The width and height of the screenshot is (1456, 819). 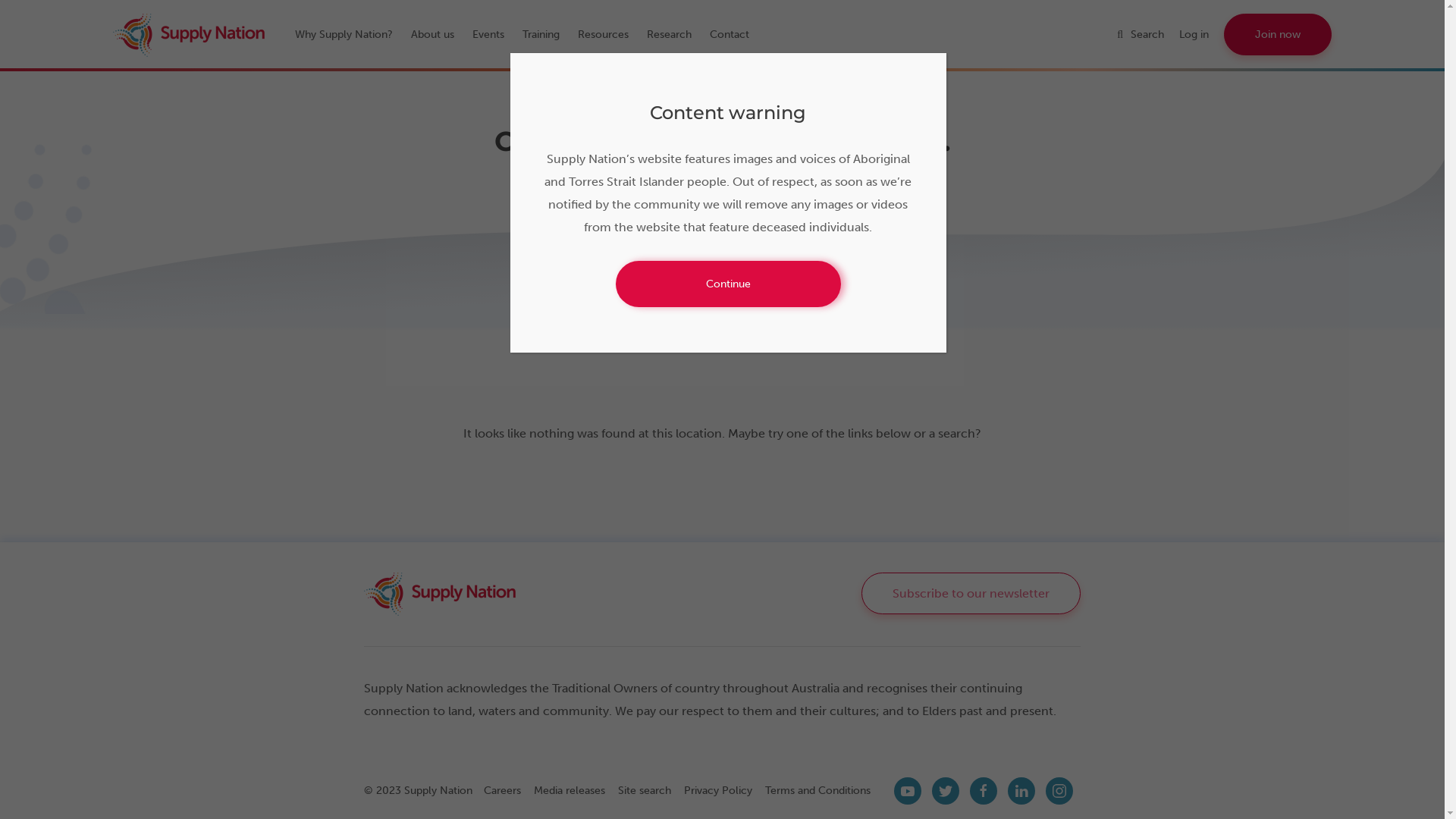 I want to click on 'Contact', so click(x=736, y=34).